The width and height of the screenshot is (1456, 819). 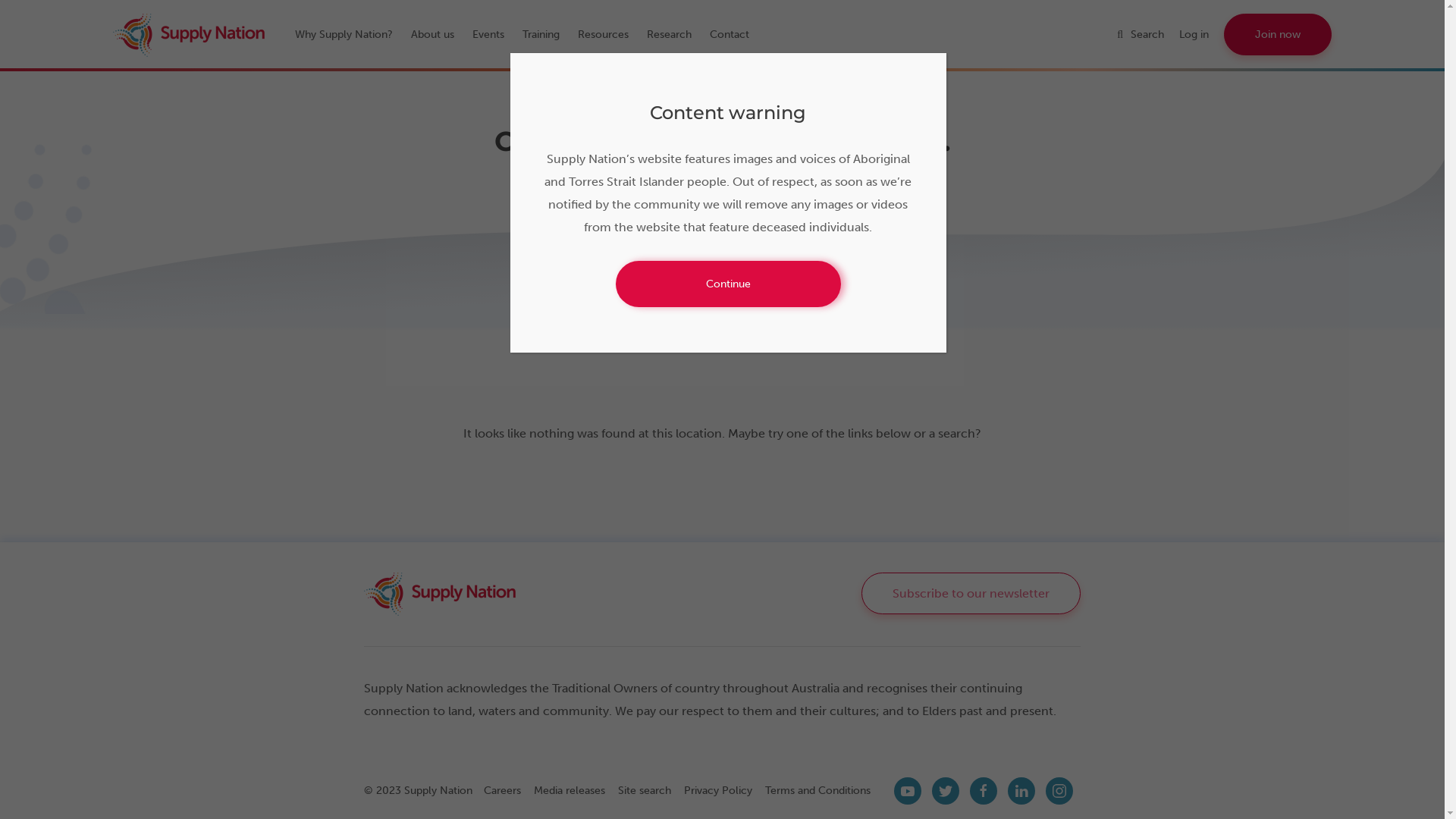 I want to click on 'Contact', so click(x=736, y=34).